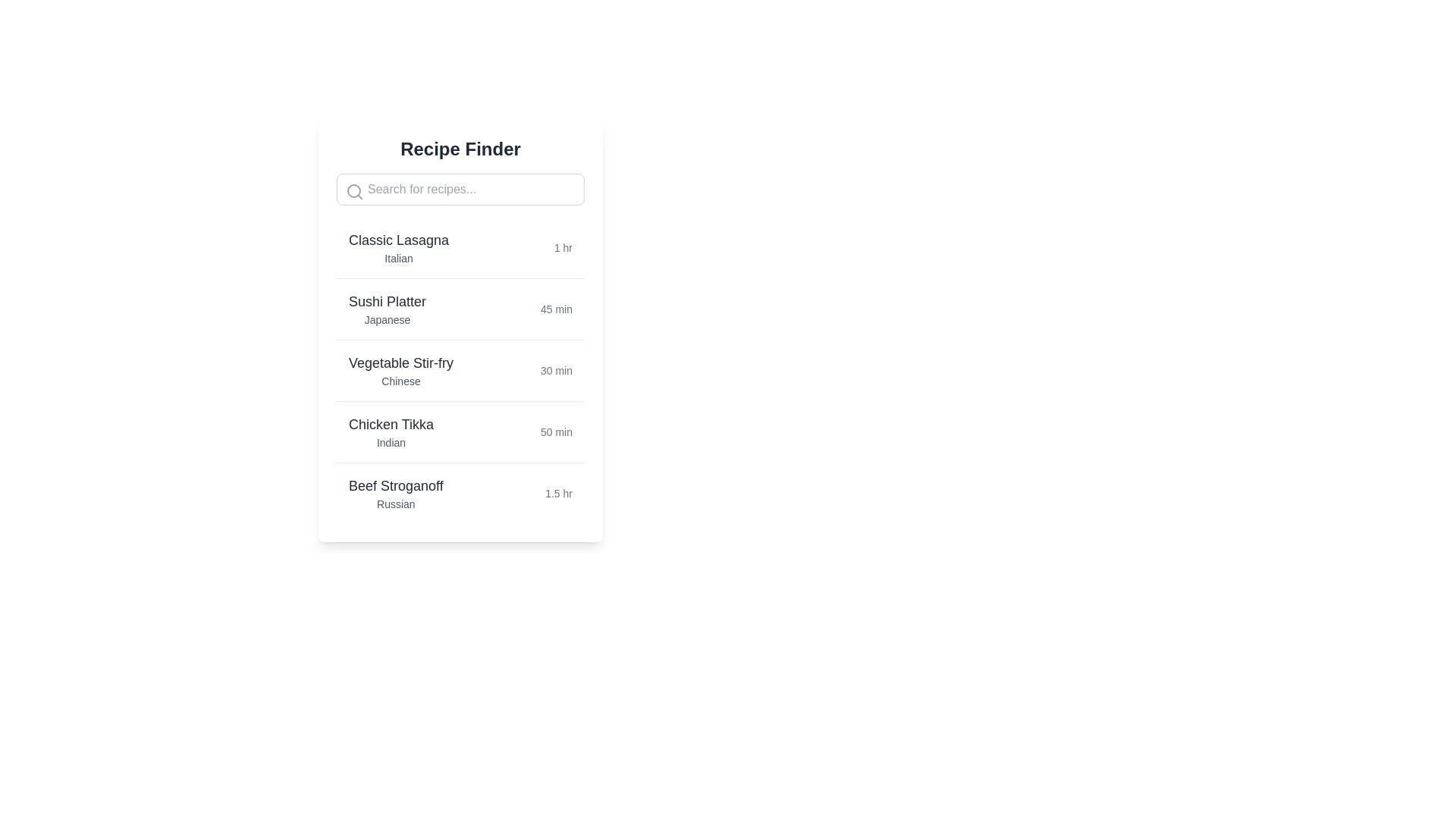  What do you see at coordinates (396, 504) in the screenshot?
I see `the 'Russian' text label, which is a smaller, gray label located directly beneath the 'Beef Stroganoff' label` at bounding box center [396, 504].